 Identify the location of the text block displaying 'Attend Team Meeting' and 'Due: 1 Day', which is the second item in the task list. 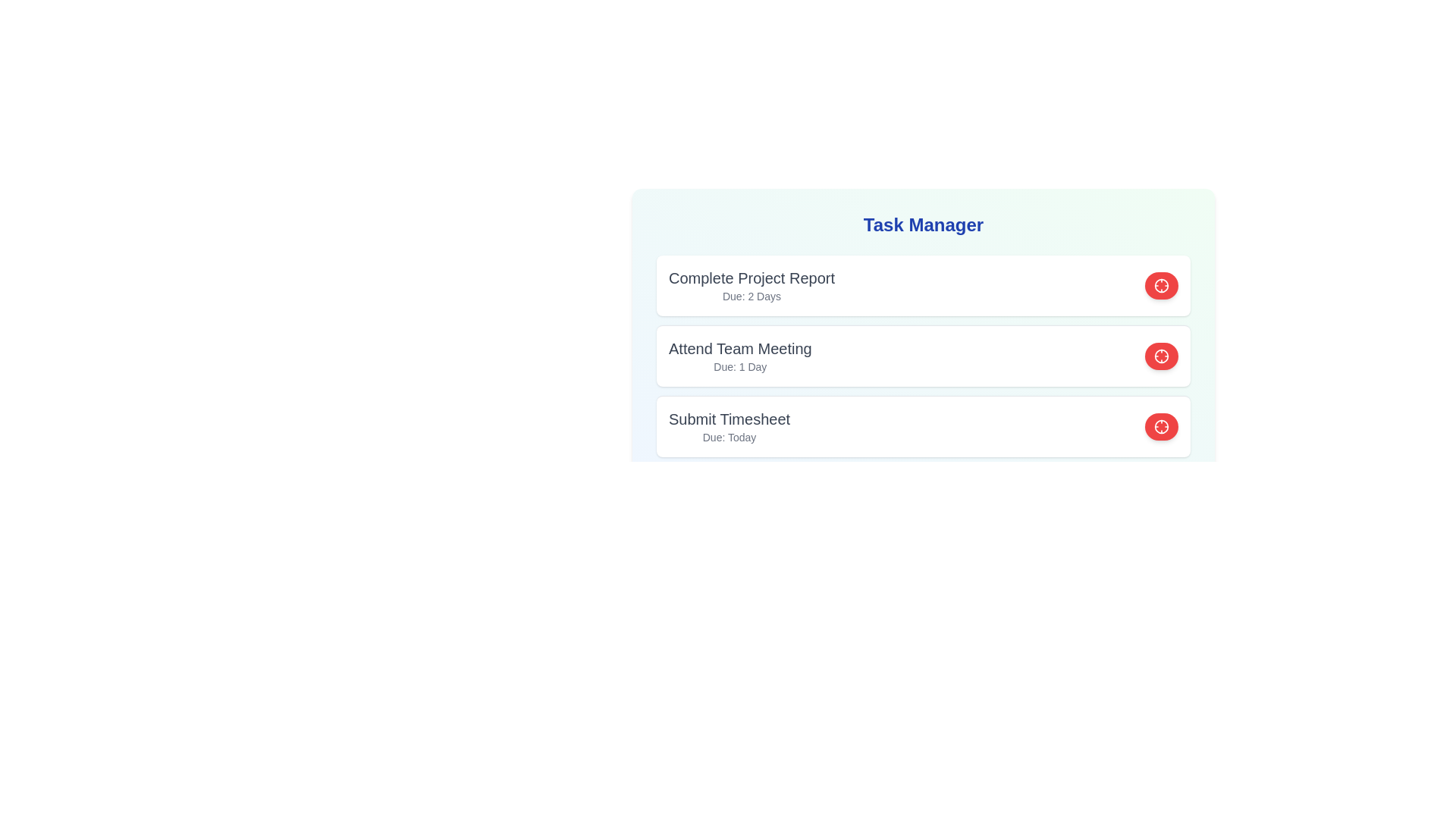
(740, 356).